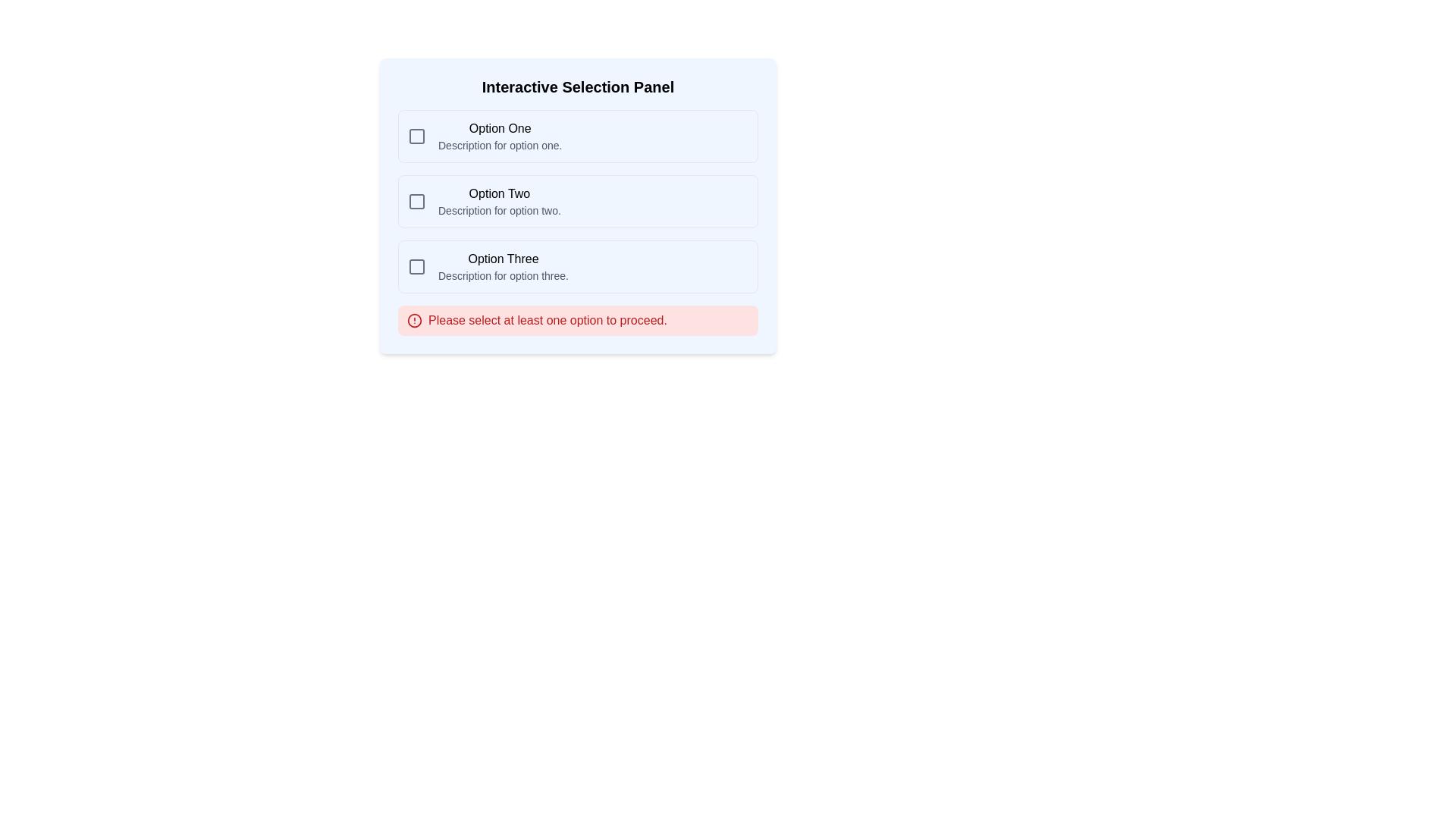 This screenshot has width=1456, height=819. I want to click on the text label that says 'Description for option one', which is styled in gray and located directly below the title 'Option One' in the option box, so click(500, 146).